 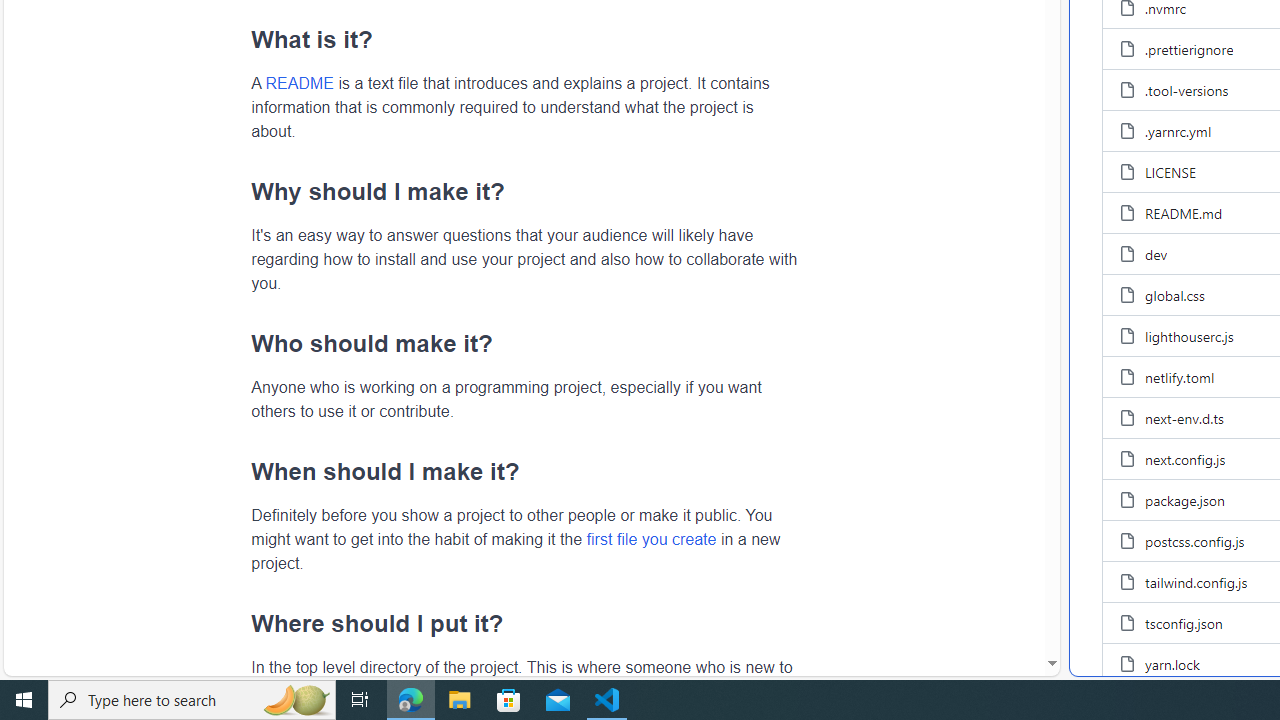 What do you see at coordinates (1178, 131) in the screenshot?
I see `'.yarnrc.yml, (File)'` at bounding box center [1178, 131].